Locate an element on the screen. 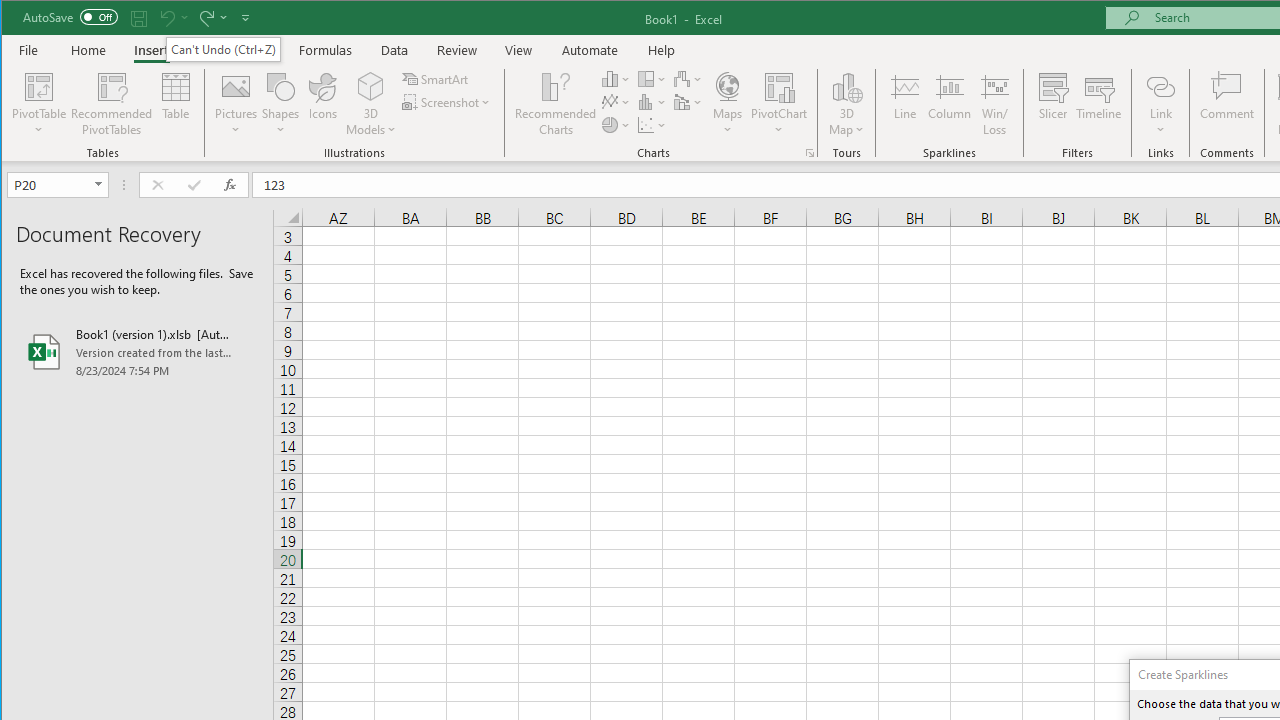 The image size is (1280, 720). 'Maps' is located at coordinates (726, 104).